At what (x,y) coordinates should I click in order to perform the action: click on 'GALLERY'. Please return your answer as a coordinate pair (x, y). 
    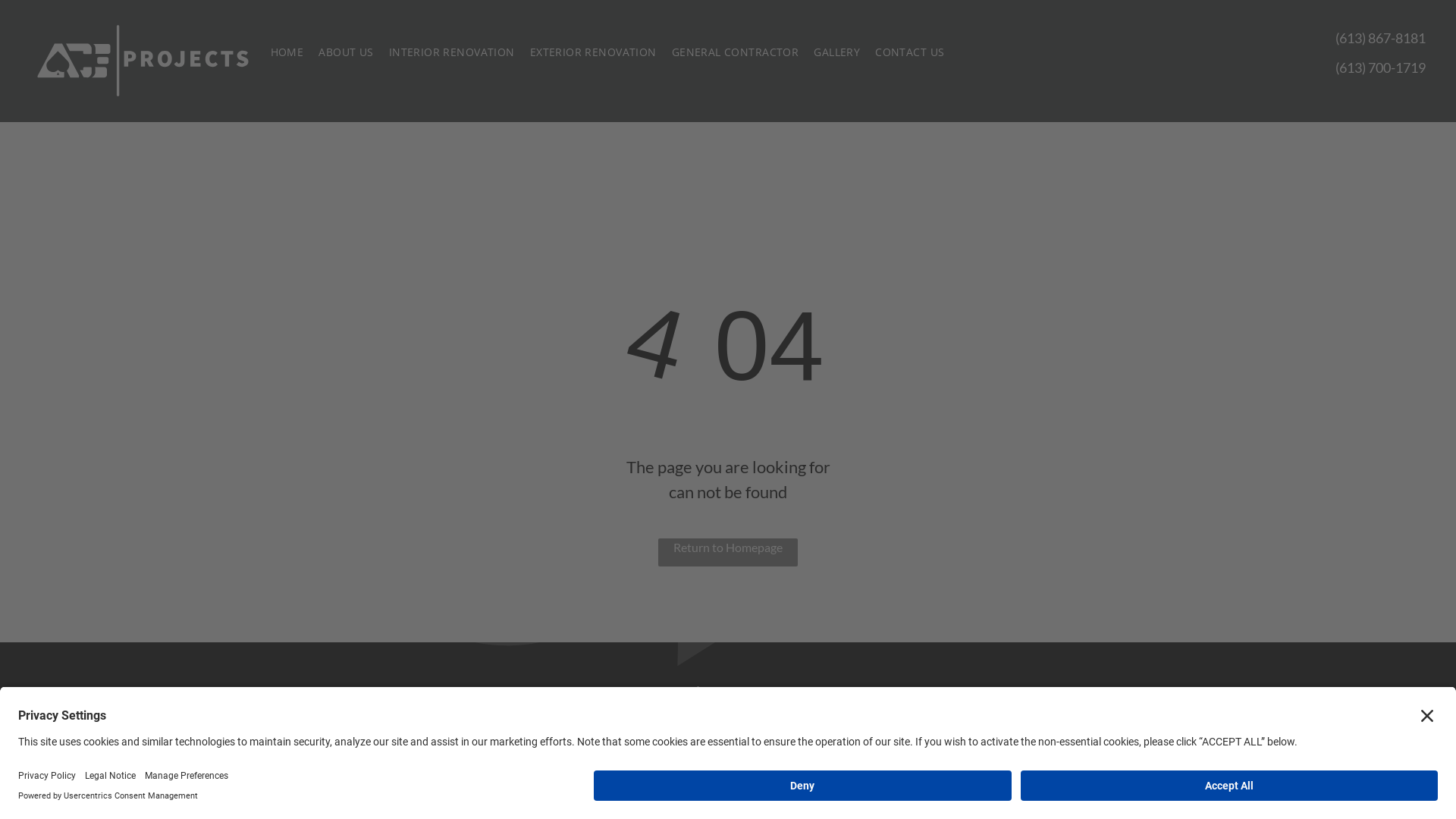
    Looking at the image, I should click on (836, 51).